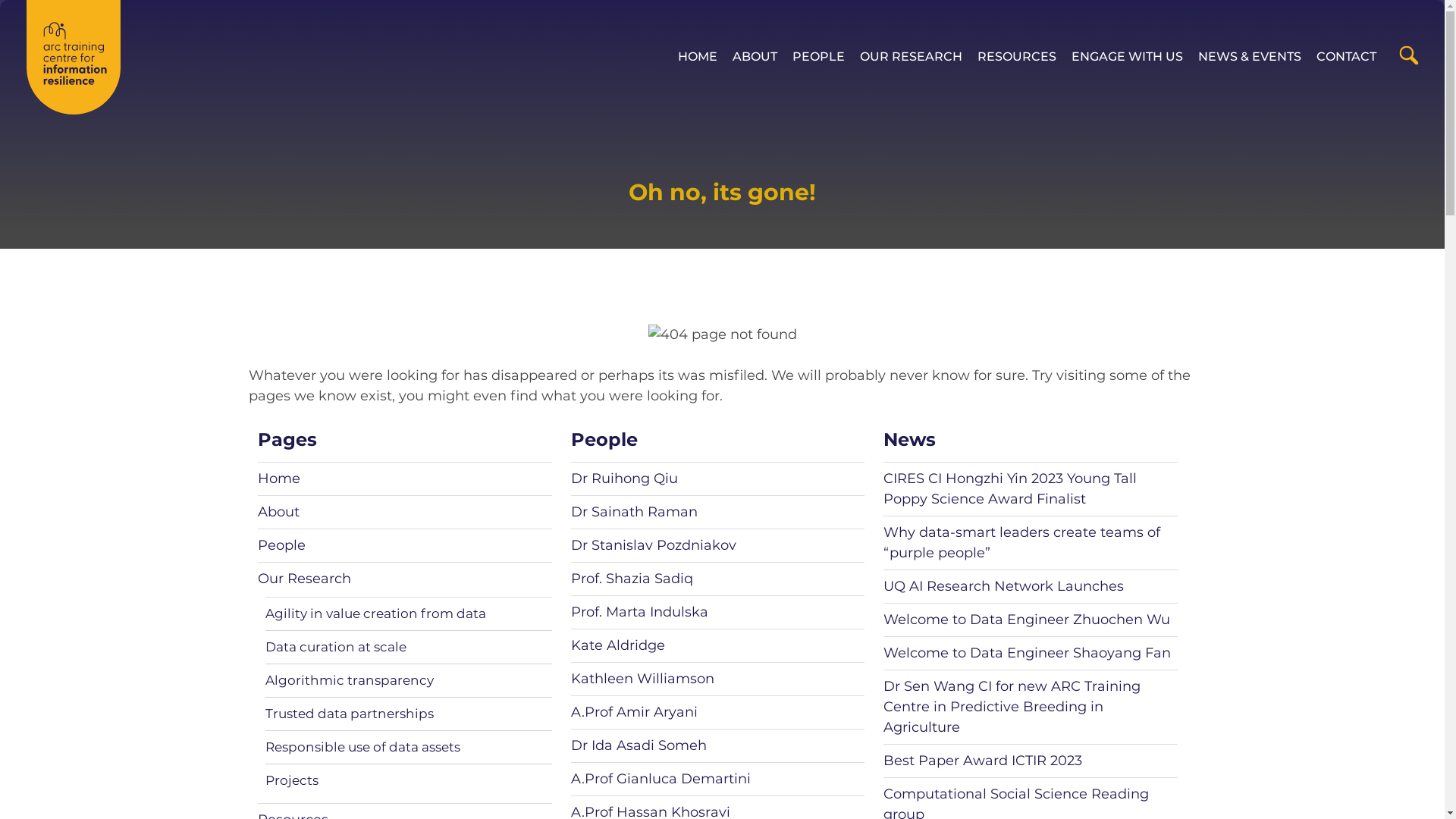  What do you see at coordinates (652, 544) in the screenshot?
I see `'Dr Stanislav Pozdniakov'` at bounding box center [652, 544].